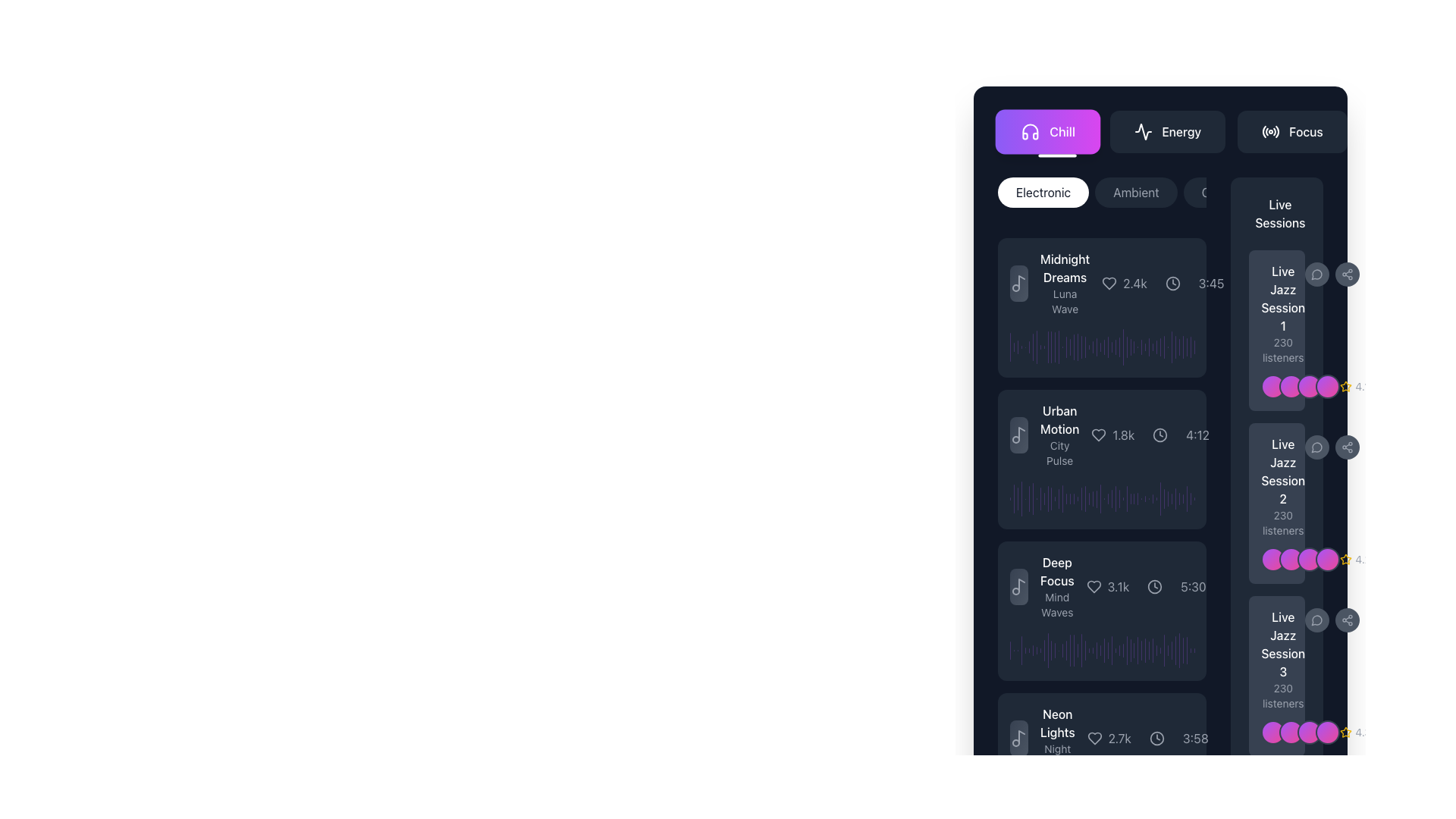 The image size is (1456, 819). Describe the element at coordinates (1059, 452) in the screenshot. I see `the text label 'City Pulse' that provides additional information under the main title 'Urban Motion' in the dark-themed interface for accessibility tools` at that location.